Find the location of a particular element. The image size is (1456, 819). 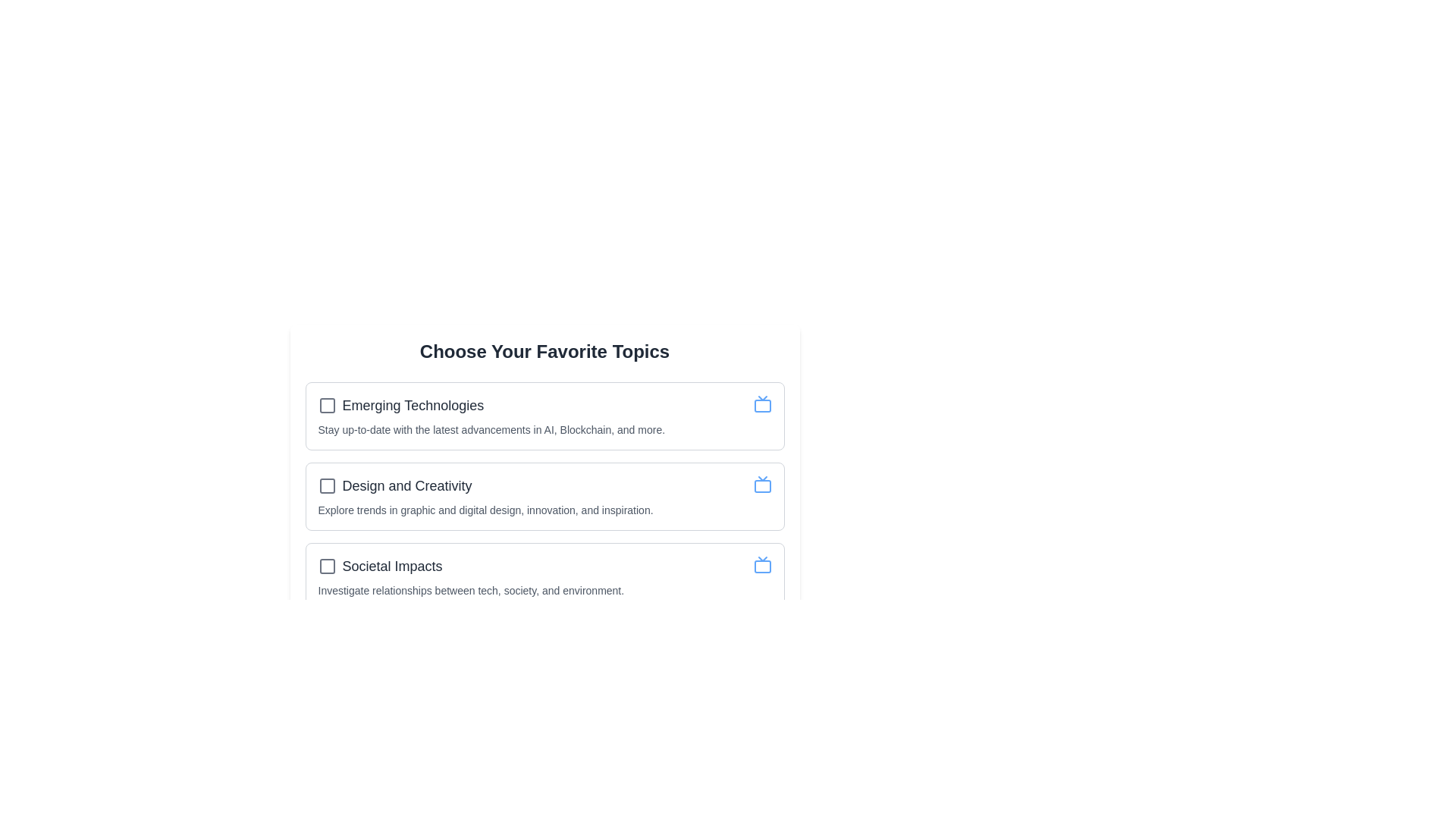

the text label providing additional information about the 'Emerging Technologies' topic, located directly below its header is located at coordinates (491, 430).